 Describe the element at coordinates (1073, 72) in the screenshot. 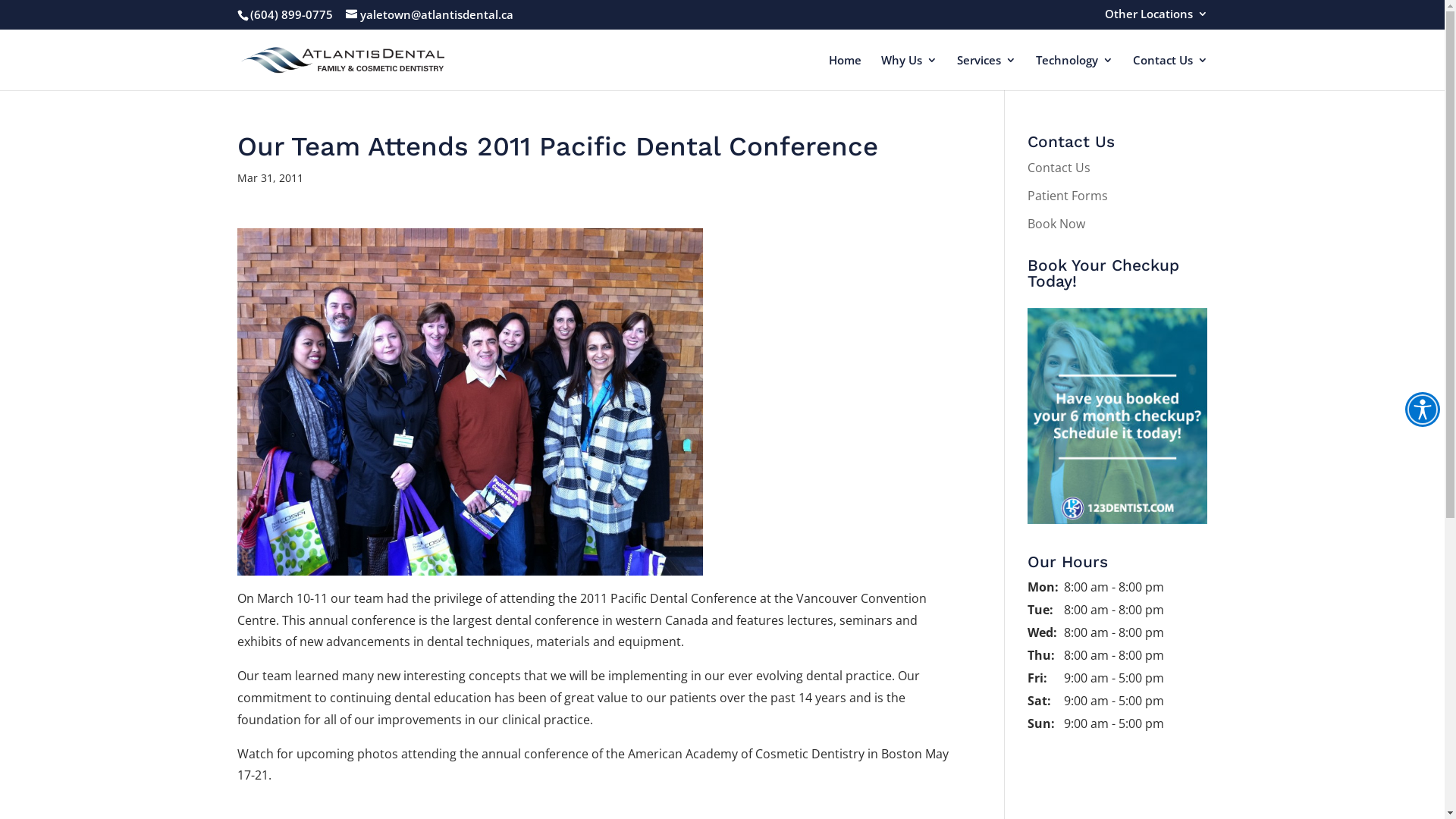

I see `'Technology'` at that location.